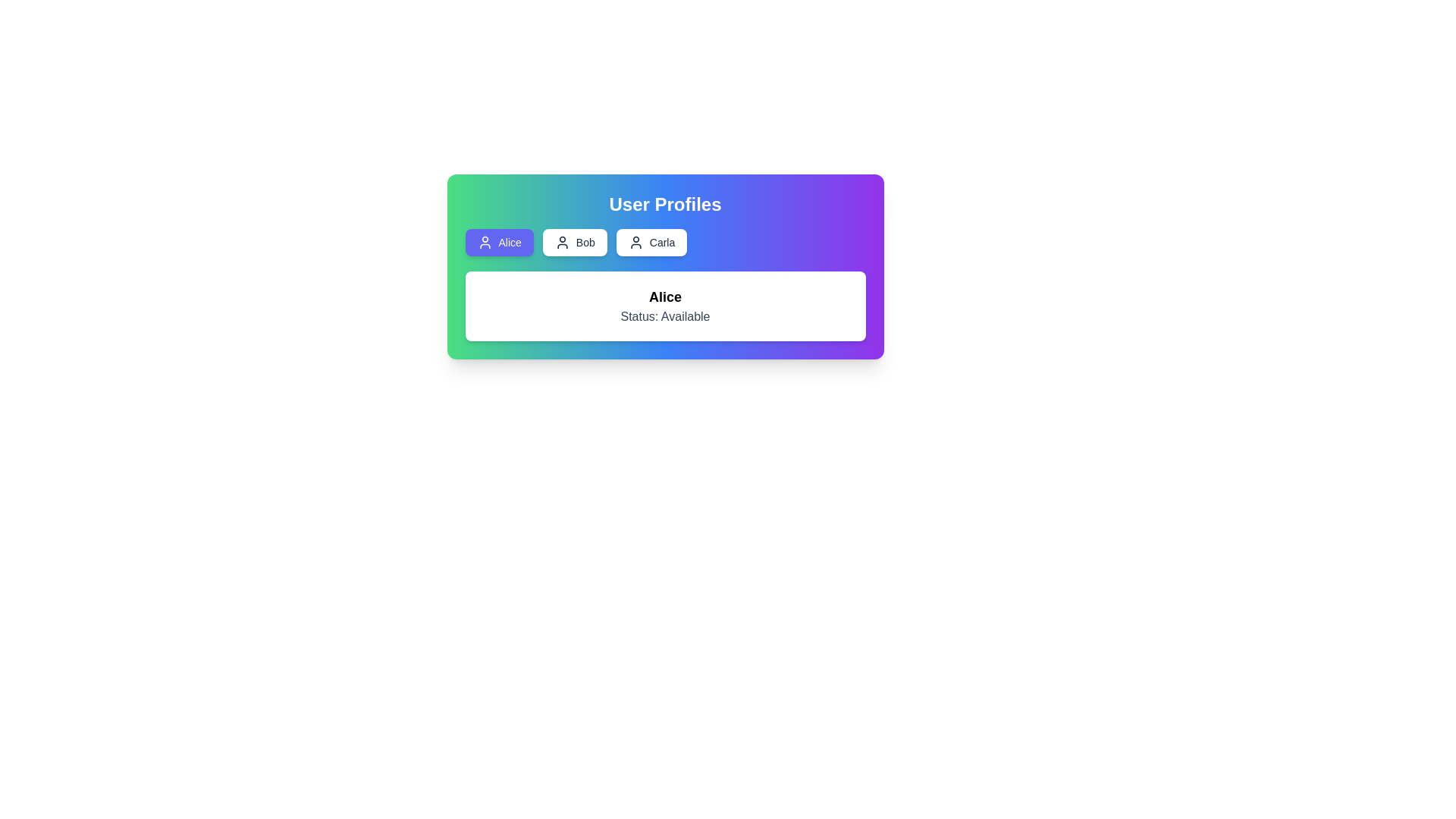  What do you see at coordinates (651, 242) in the screenshot?
I see `the button corresponding to the profile Carla` at bounding box center [651, 242].